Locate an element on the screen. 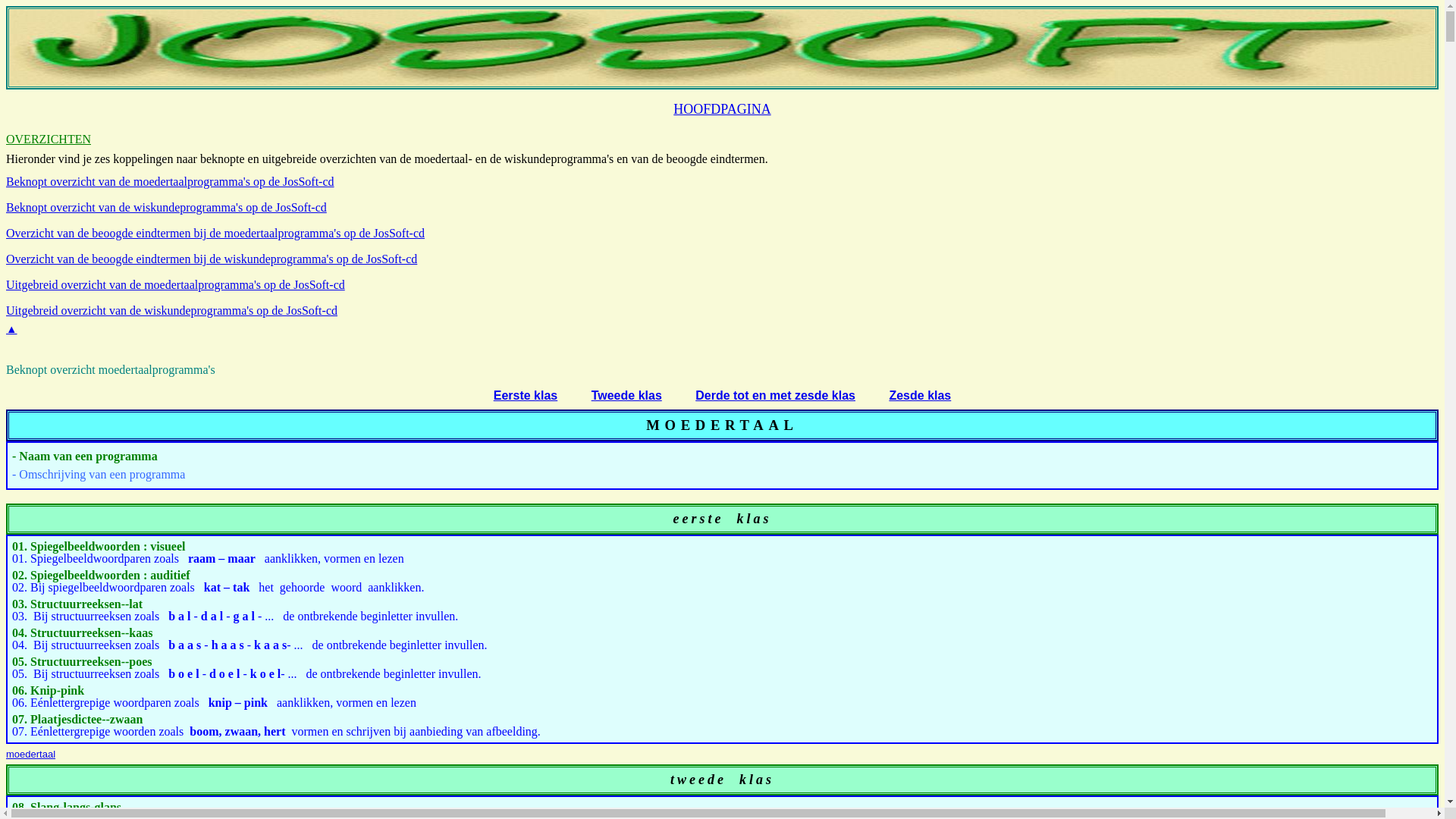 The width and height of the screenshot is (1456, 819). 'eerste' is located at coordinates (673, 517).